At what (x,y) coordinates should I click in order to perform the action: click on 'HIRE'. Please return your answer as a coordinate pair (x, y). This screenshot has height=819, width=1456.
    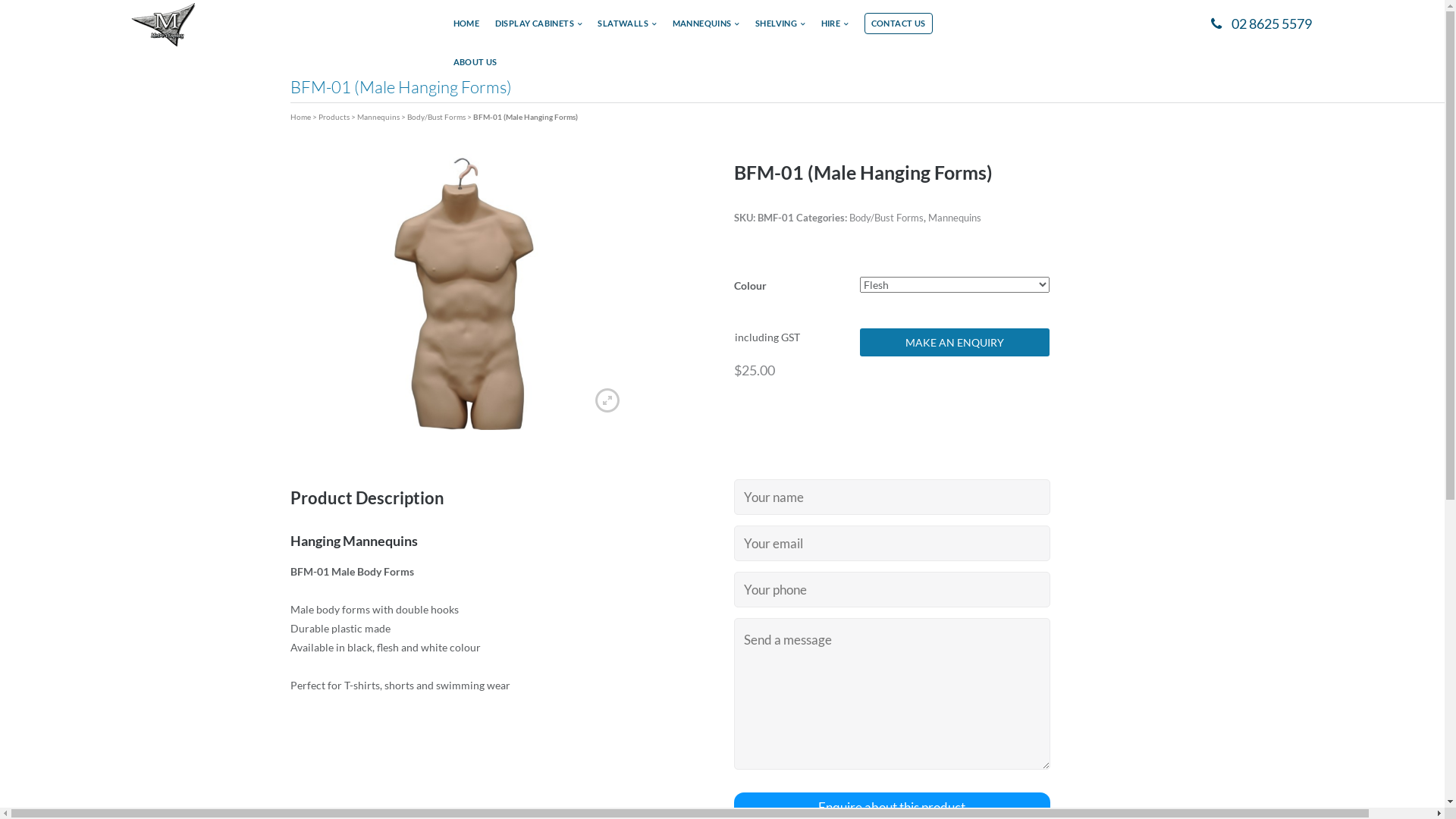
    Looking at the image, I should click on (834, 28).